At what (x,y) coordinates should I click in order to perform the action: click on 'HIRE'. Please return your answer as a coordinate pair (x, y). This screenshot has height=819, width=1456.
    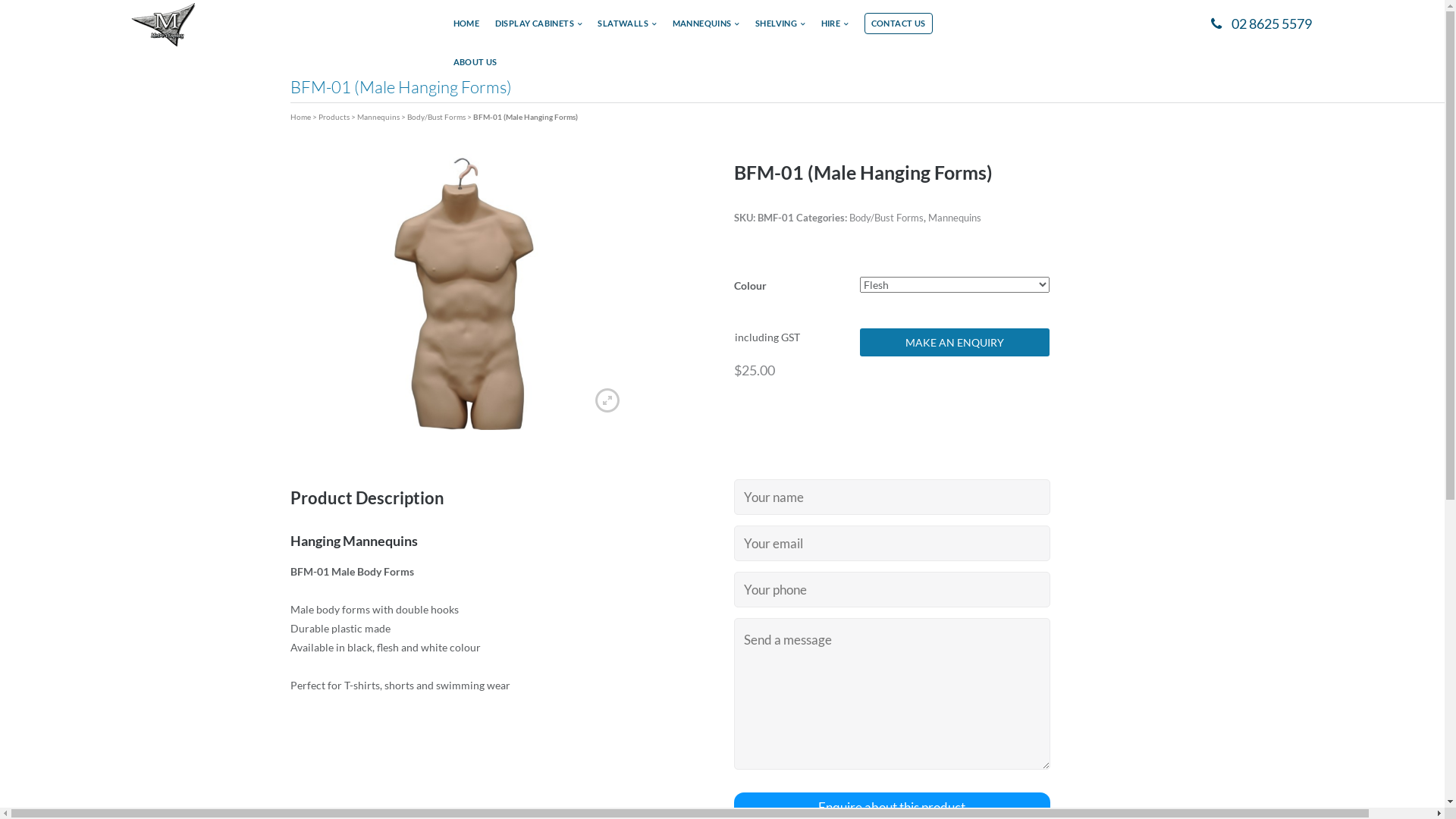
    Looking at the image, I should click on (834, 28).